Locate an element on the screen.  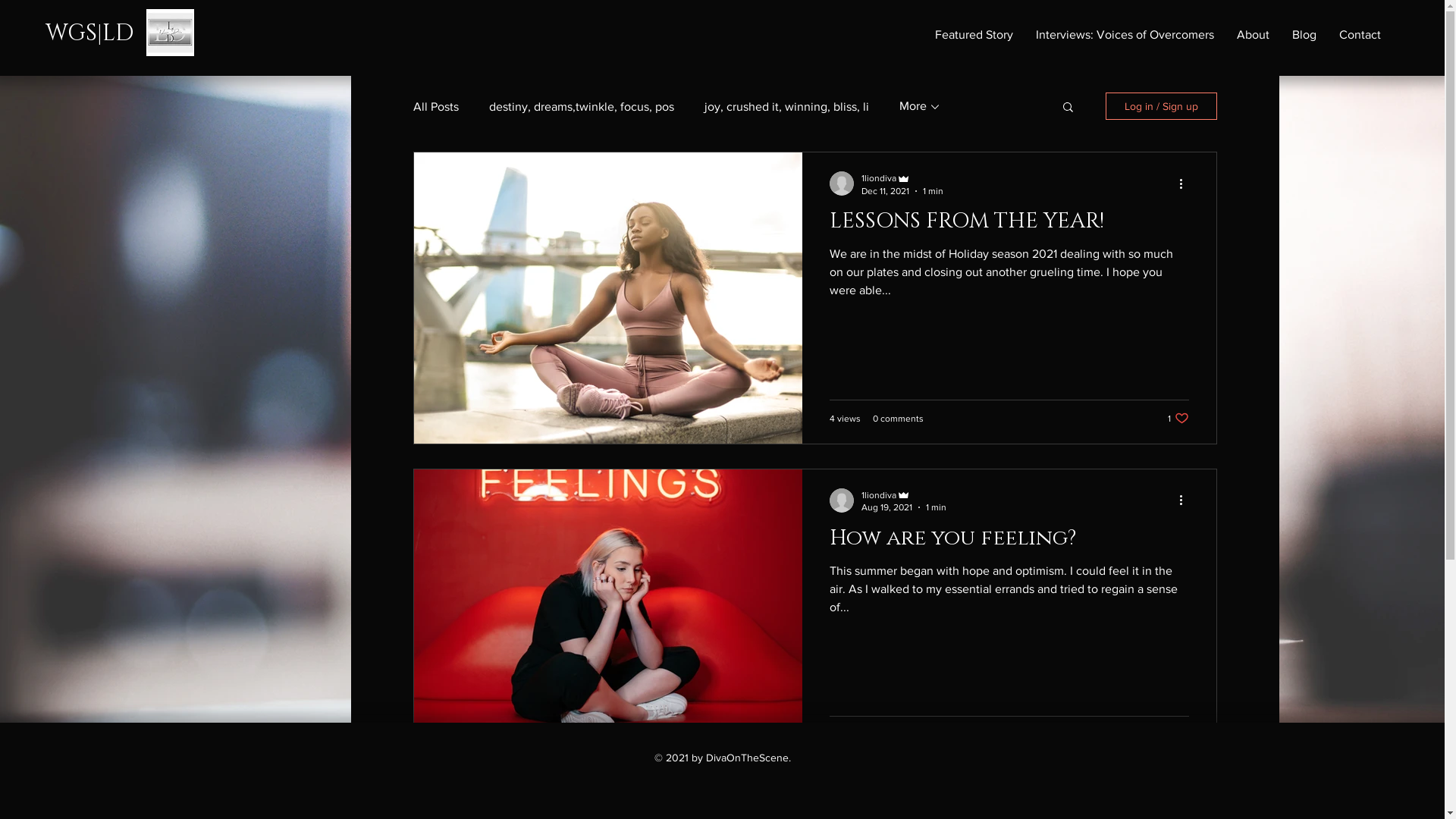
'About' is located at coordinates (1253, 34).